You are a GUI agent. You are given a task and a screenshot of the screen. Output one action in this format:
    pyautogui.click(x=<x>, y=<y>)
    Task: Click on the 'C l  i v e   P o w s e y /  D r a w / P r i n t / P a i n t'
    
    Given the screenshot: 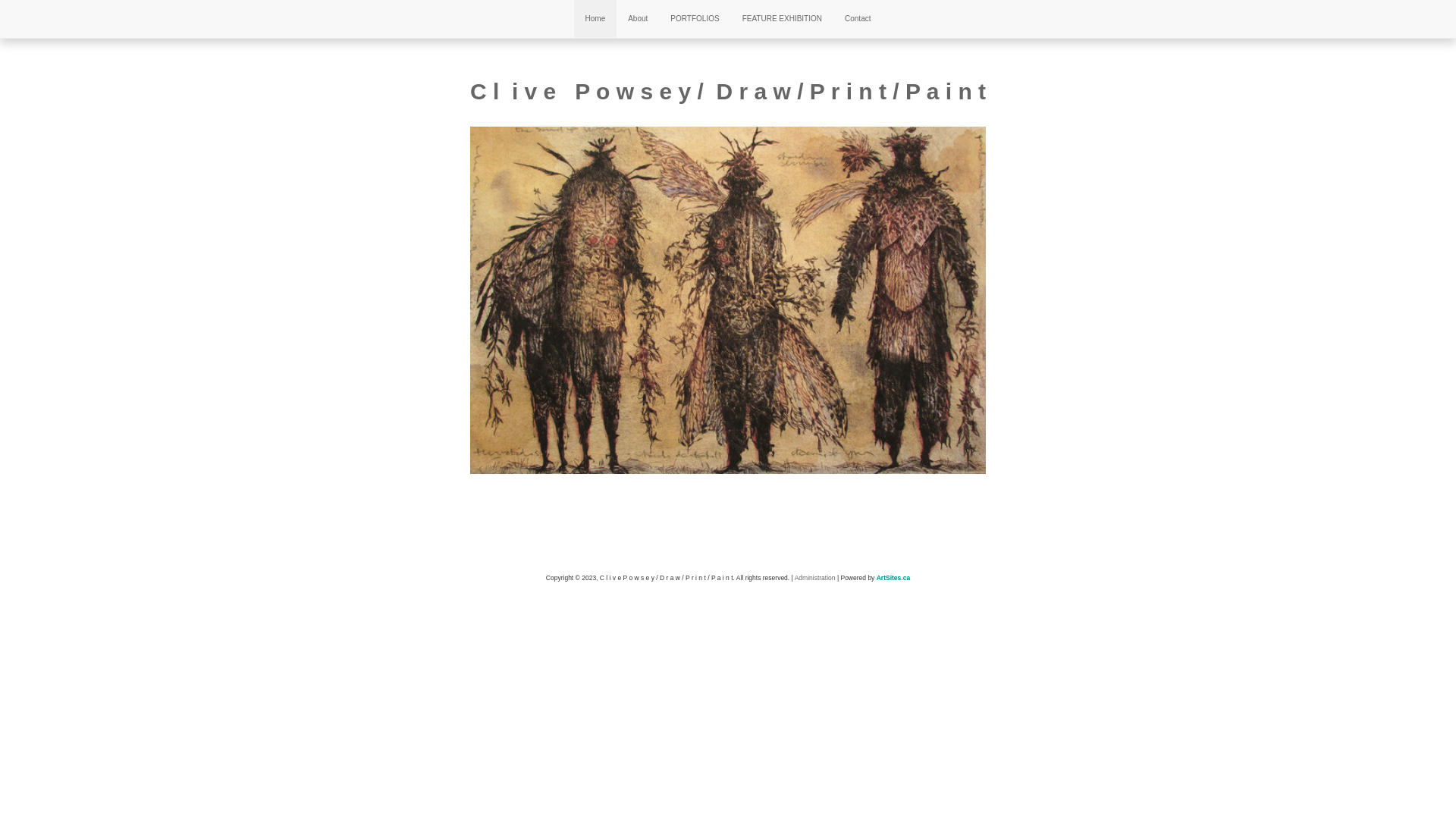 What is the action you would take?
    pyautogui.click(x=728, y=91)
    